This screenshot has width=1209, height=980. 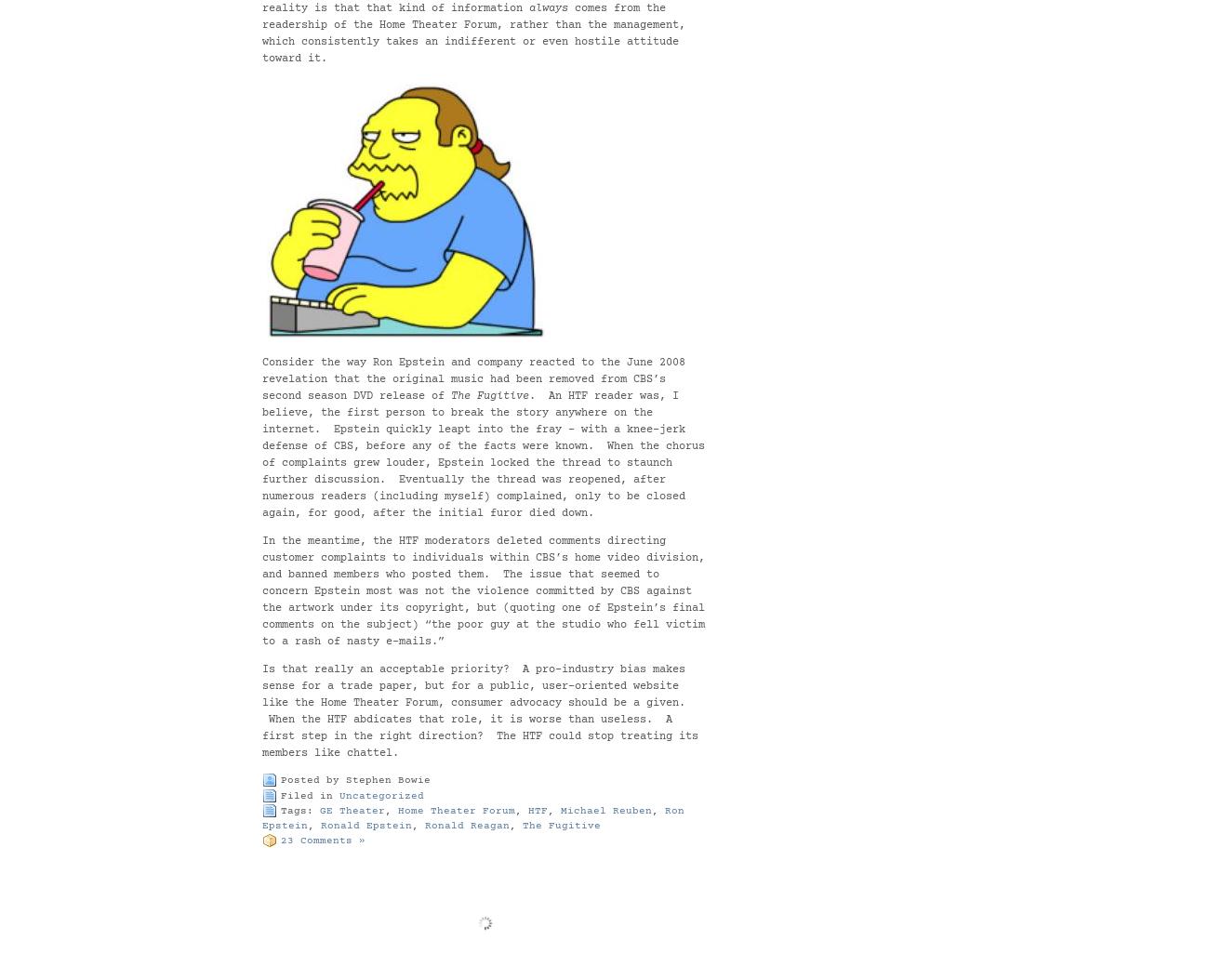 What do you see at coordinates (480, 711) in the screenshot?
I see `'Is that really an acceptable priority?  A pro-industry bias makes sense for a trade paper, but for a public, user-oriented website like the Home Theater Forum, consumer advocacy should be a given.  When the HTF abdicates that role, it is worse than useless.  A first step in the right direction?  The HTF could stop treating its members like chattel.'` at bounding box center [480, 711].